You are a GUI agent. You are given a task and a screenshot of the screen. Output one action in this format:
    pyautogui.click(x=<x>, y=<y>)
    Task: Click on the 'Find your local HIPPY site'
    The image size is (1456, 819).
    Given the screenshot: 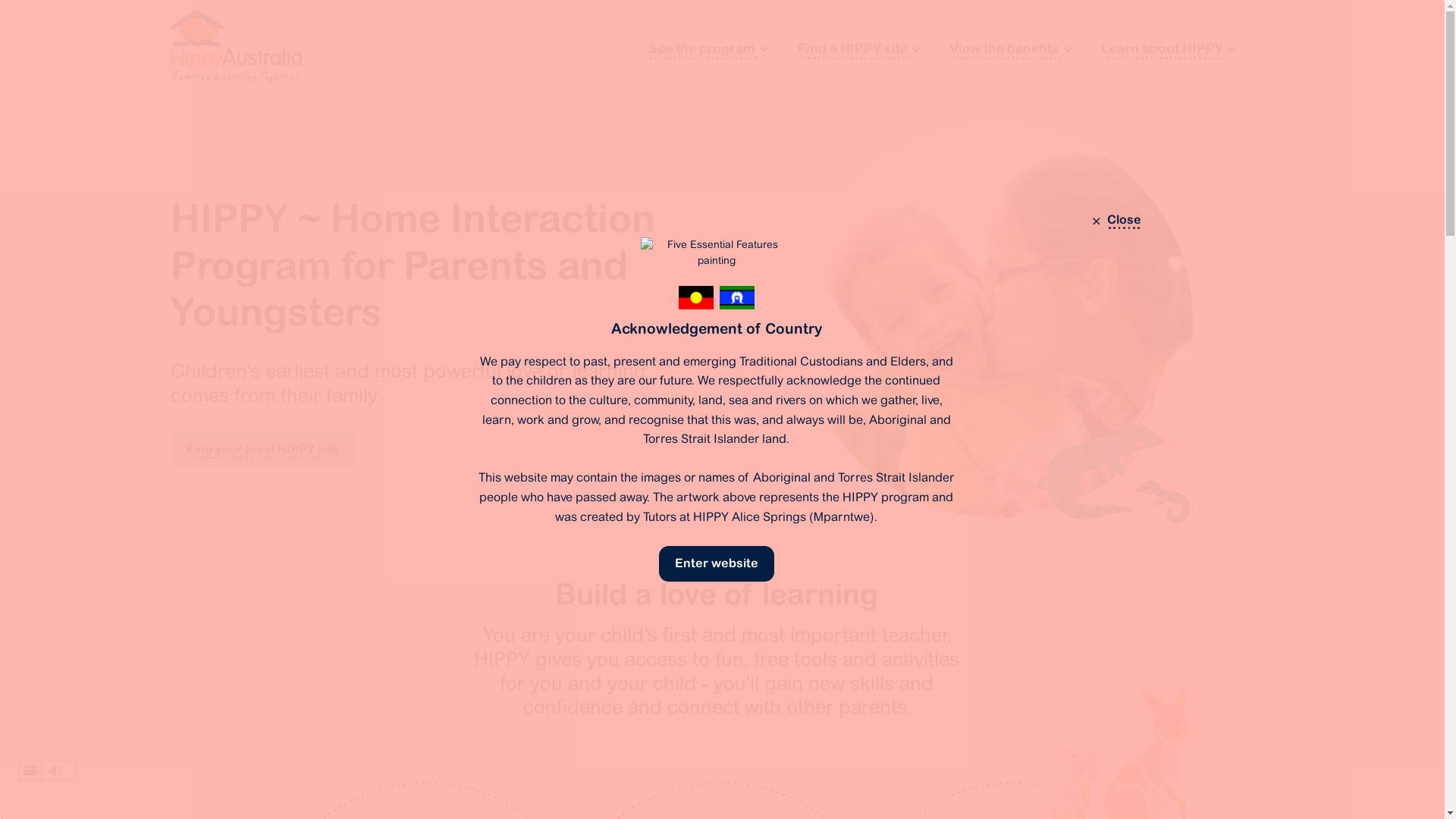 What is the action you would take?
    pyautogui.click(x=262, y=449)
    